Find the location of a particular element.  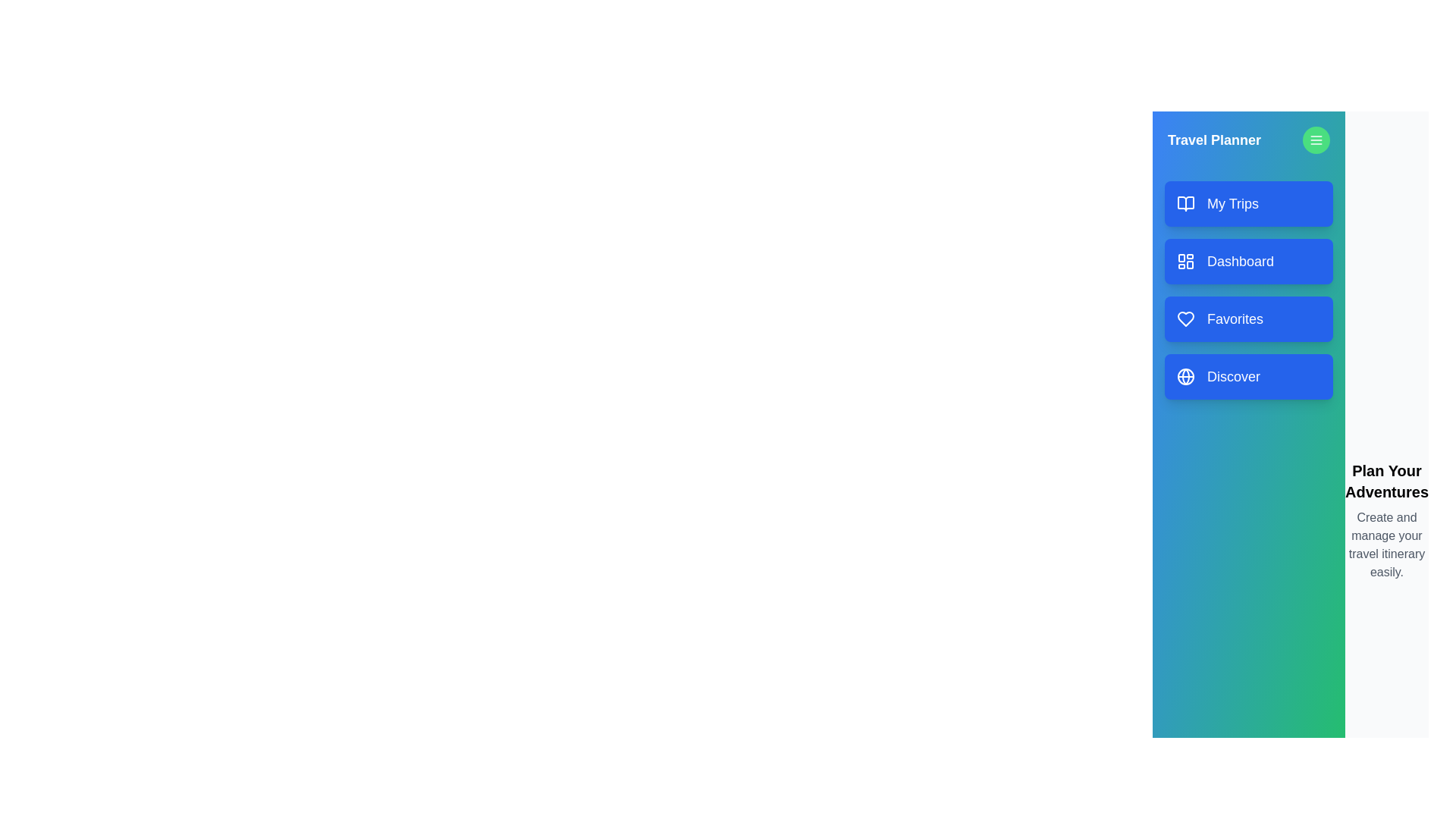

button with the menu icon in the drawer header to toggle its visibility is located at coordinates (1316, 140).